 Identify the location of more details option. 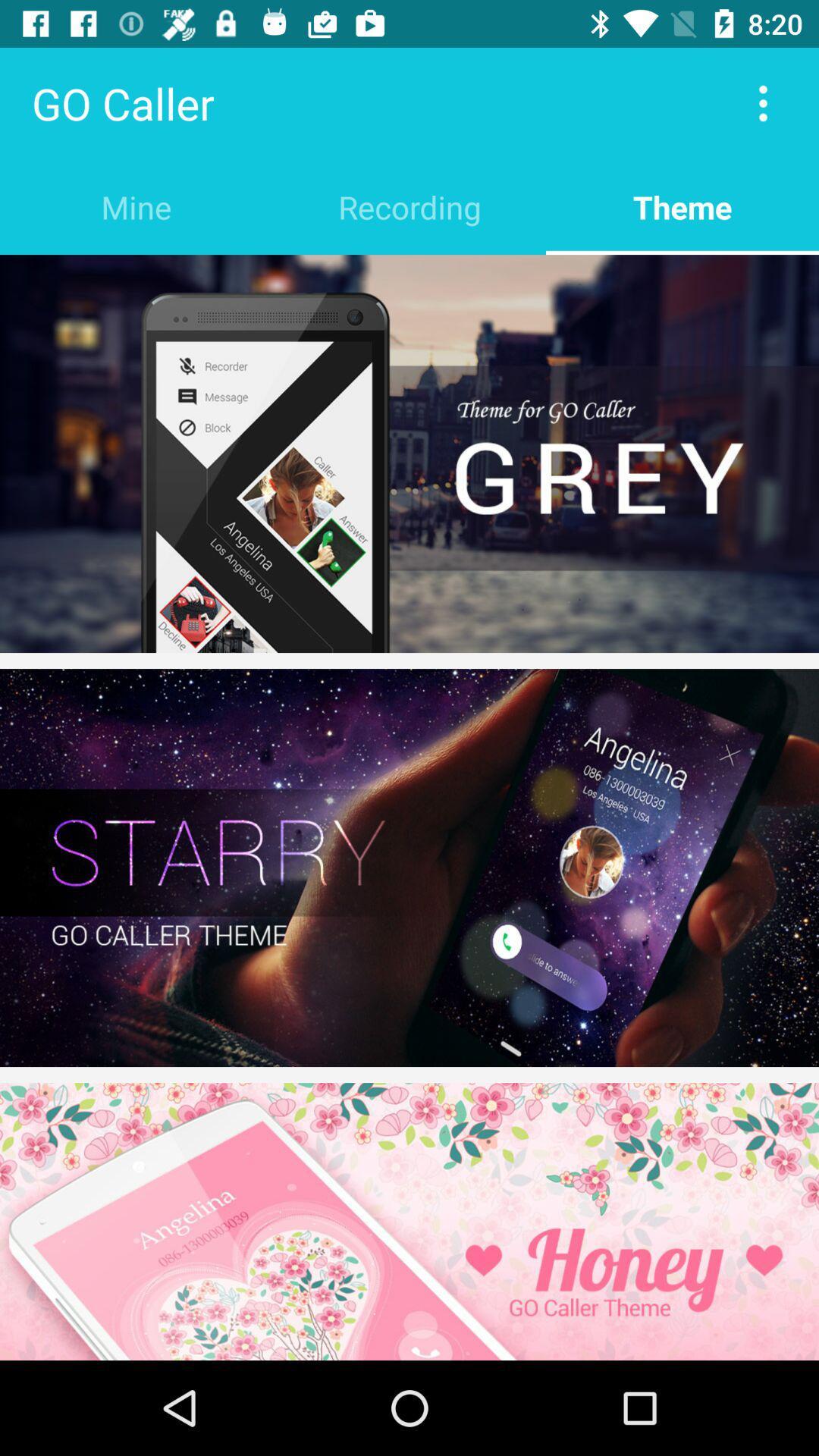
(763, 102).